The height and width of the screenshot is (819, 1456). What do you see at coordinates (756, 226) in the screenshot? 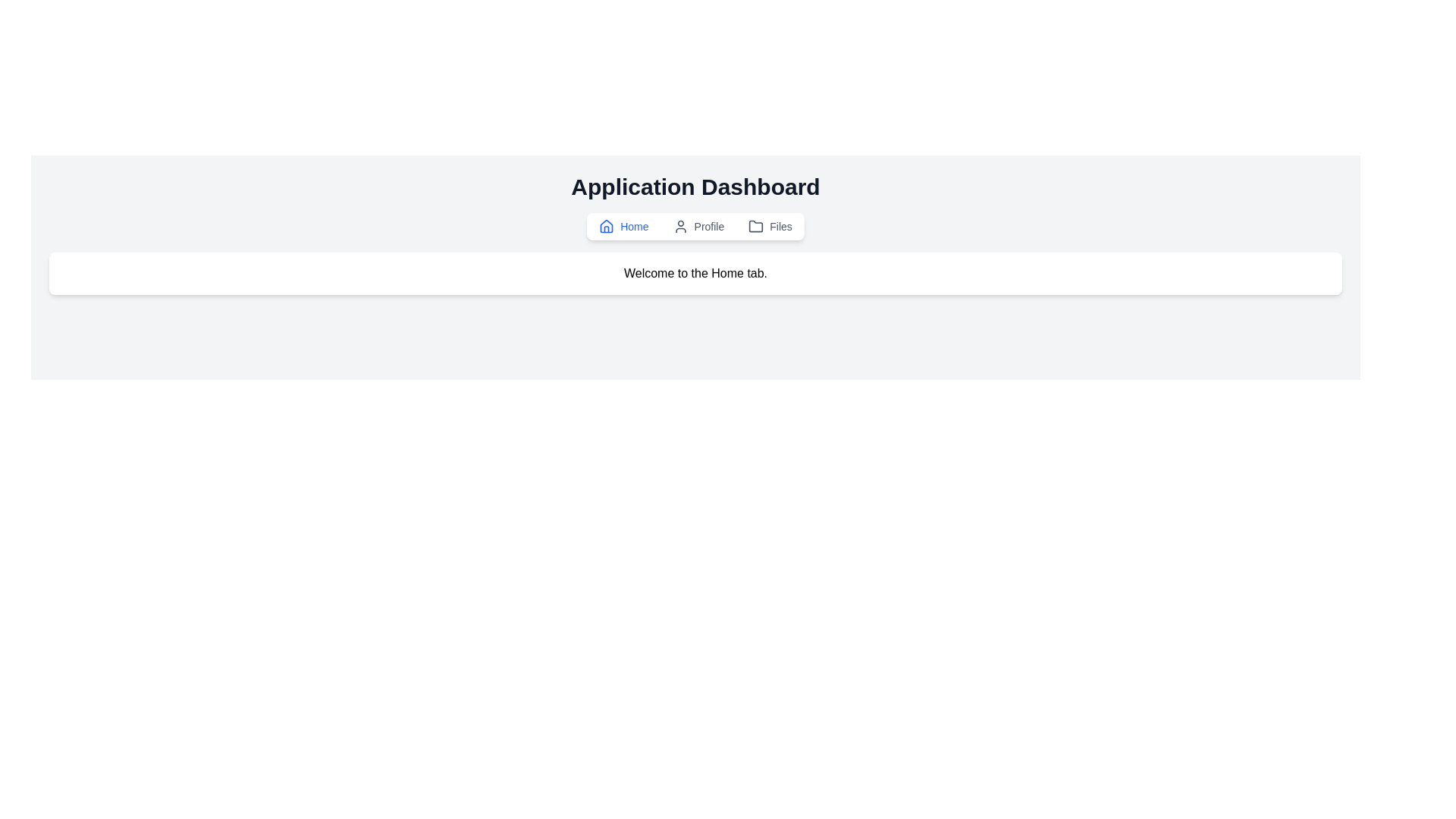
I see `the folder icon in the navigation bar, which is styled with a gray outline and resembles a traditional folder, located between the 'Profile' icon and the 'Files' text label` at bounding box center [756, 226].